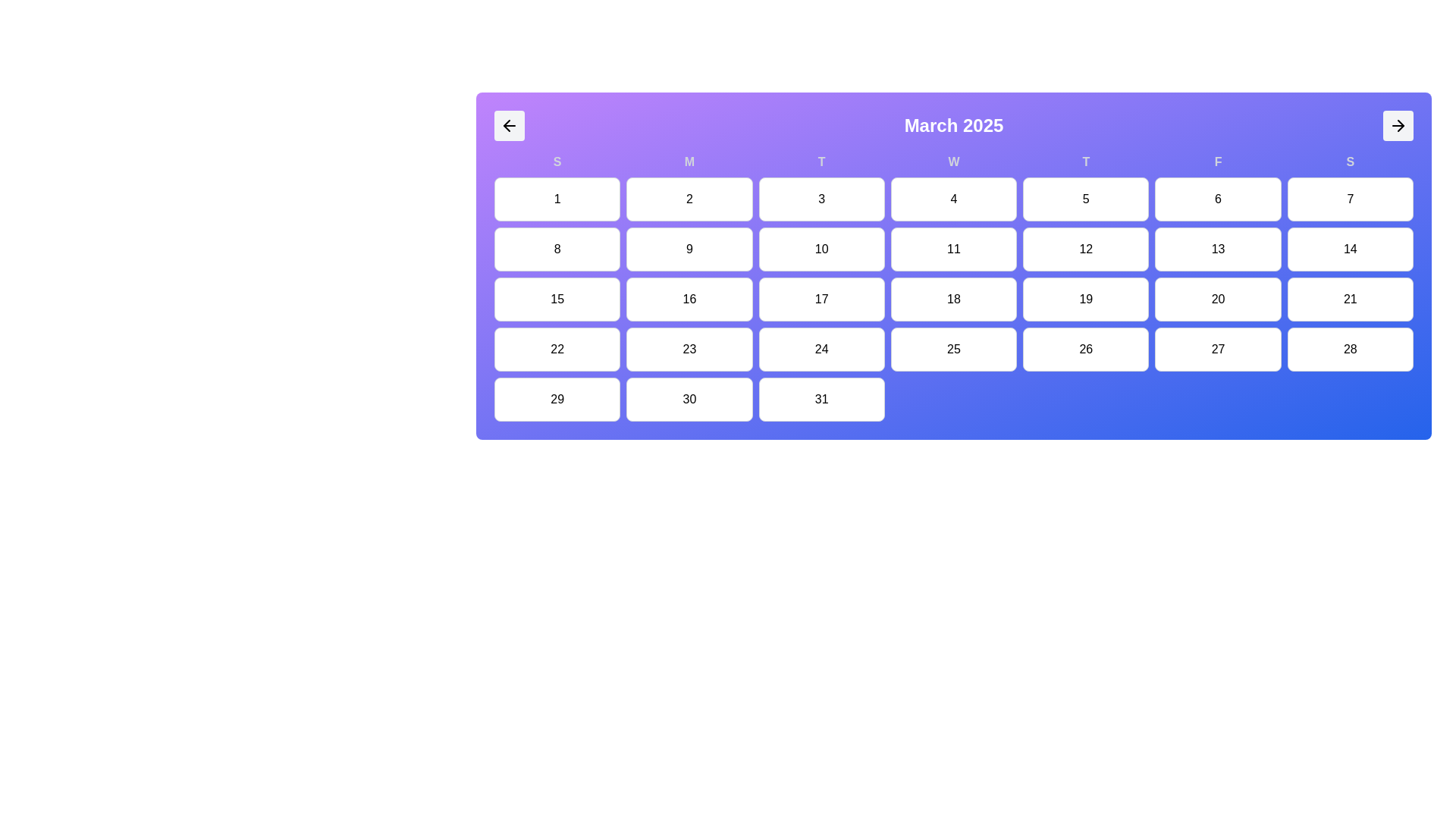 The height and width of the screenshot is (819, 1456). I want to click on the calendar date item representing the fifth day of March 2025, so click(1085, 198).